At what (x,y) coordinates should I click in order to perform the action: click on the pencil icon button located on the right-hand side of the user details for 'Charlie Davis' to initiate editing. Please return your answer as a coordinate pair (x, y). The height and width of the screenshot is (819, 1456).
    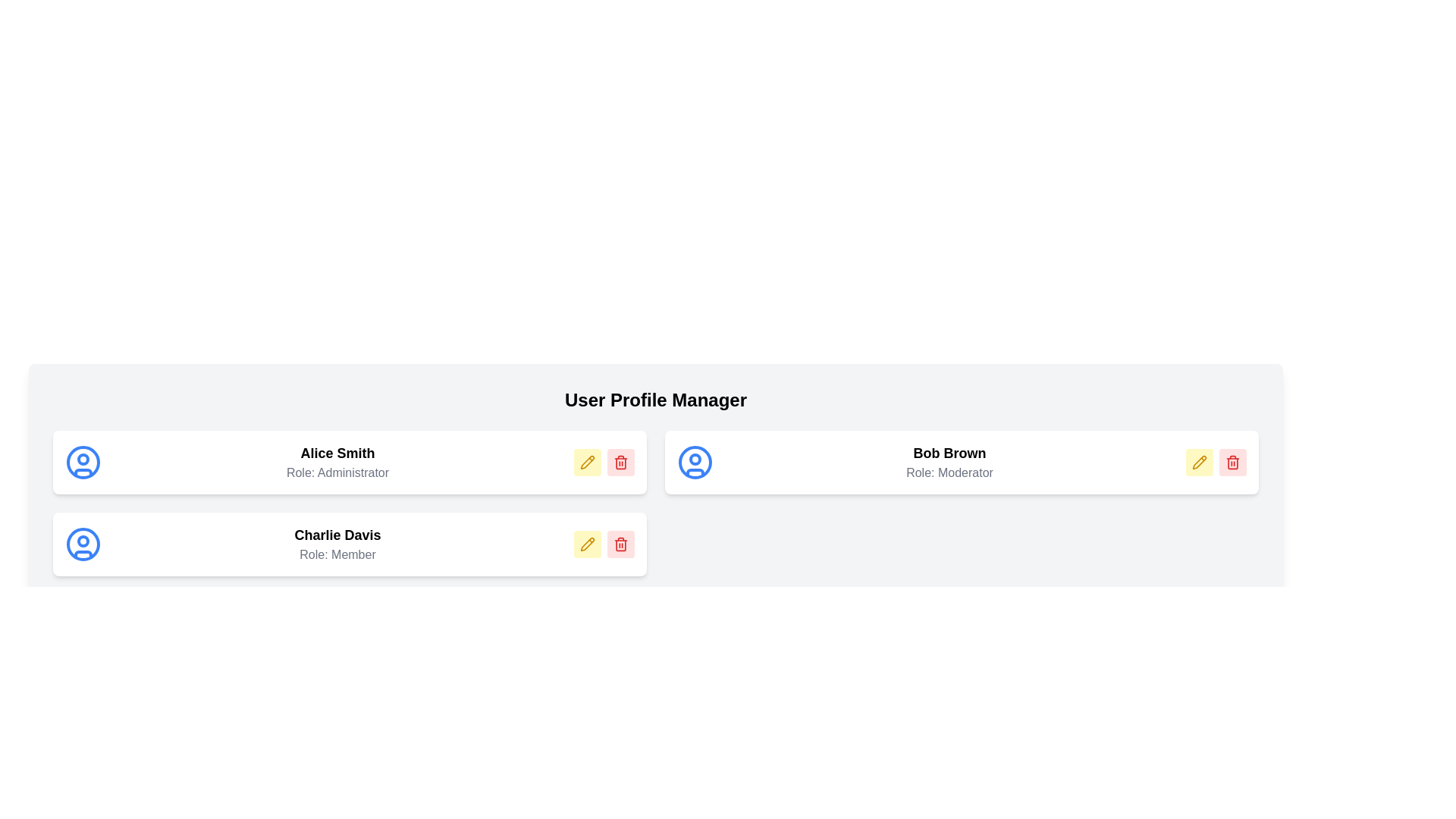
    Looking at the image, I should click on (586, 543).